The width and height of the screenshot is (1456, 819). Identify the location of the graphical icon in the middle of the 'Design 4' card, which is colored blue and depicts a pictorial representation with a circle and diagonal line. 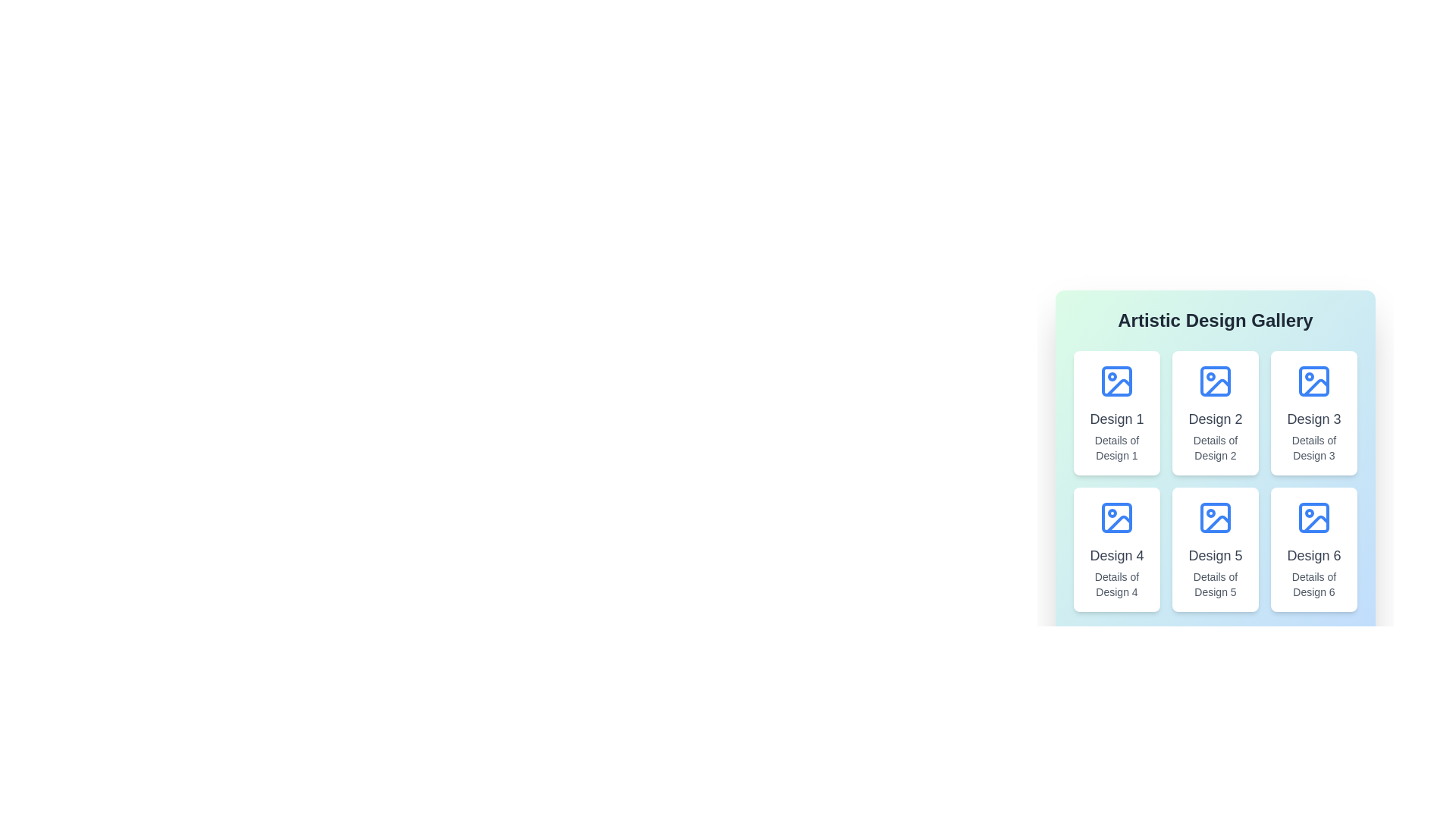
(1117, 516).